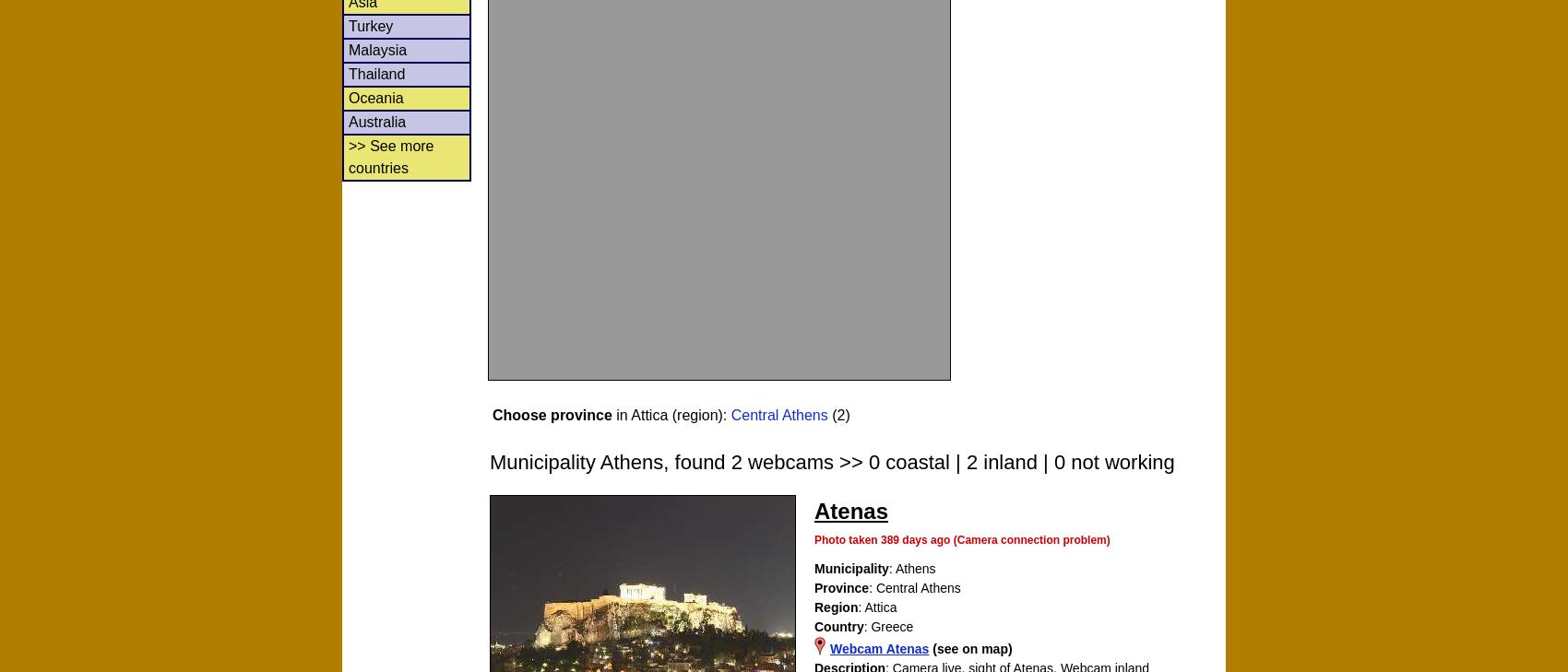 The image size is (1568, 672). Describe the element at coordinates (370, 24) in the screenshot. I see `'Turkey'` at that location.